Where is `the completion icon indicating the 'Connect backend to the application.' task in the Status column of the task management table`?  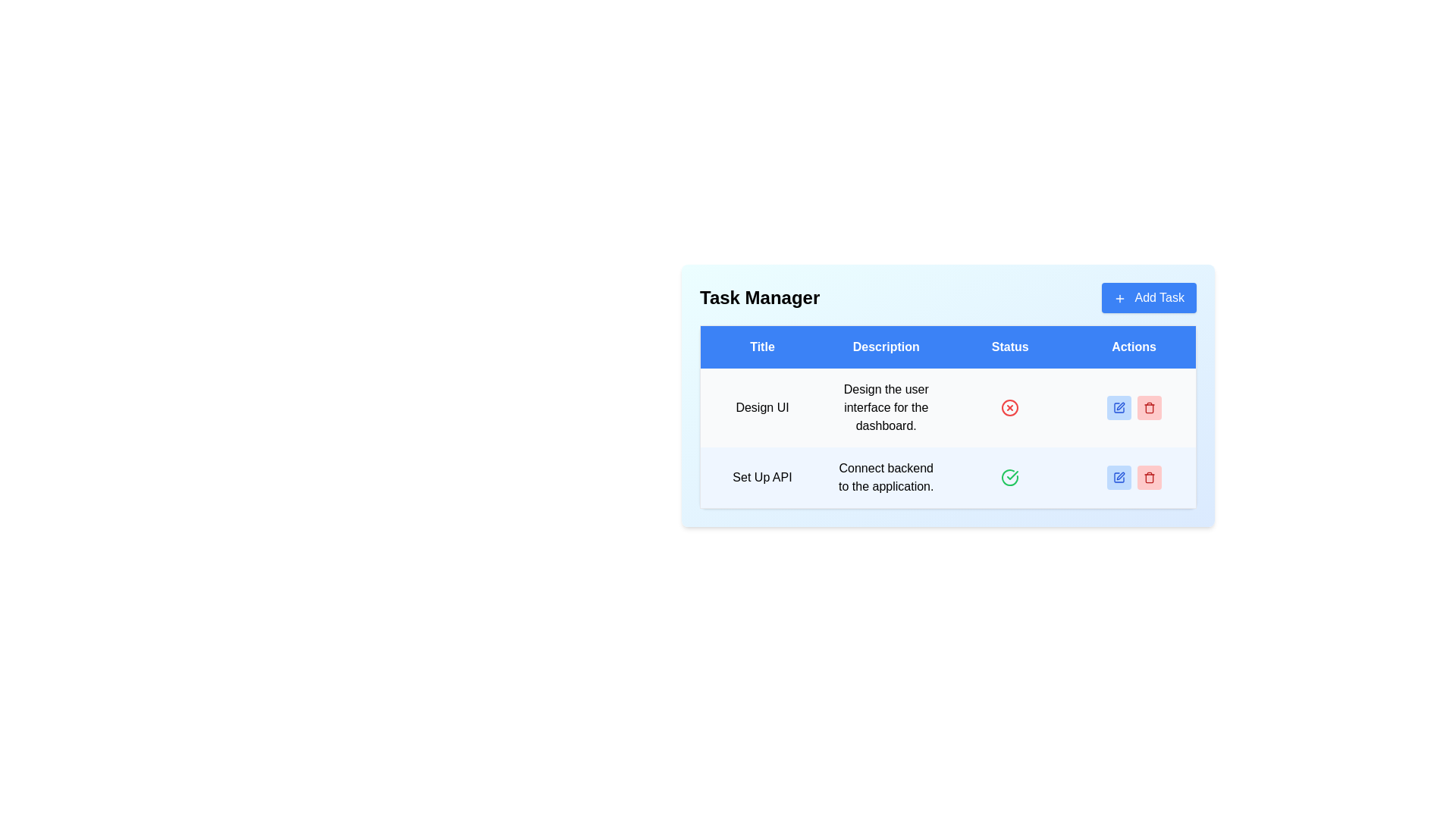
the completion icon indicating the 'Connect backend to the application.' task in the Status column of the task management table is located at coordinates (1010, 478).